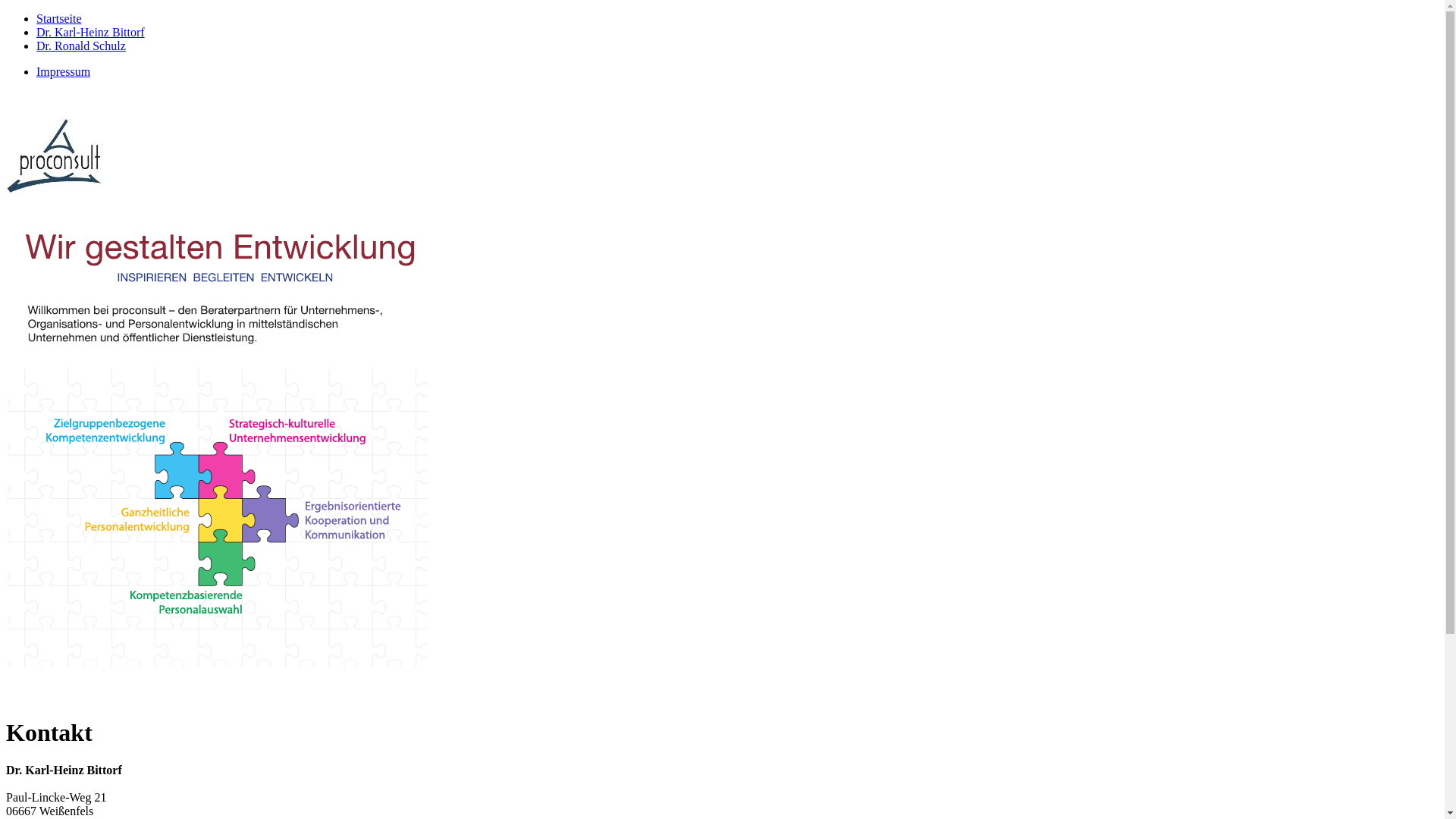 This screenshot has height=819, width=1456. Describe the element at coordinates (62, 71) in the screenshot. I see `'Impressum'` at that location.